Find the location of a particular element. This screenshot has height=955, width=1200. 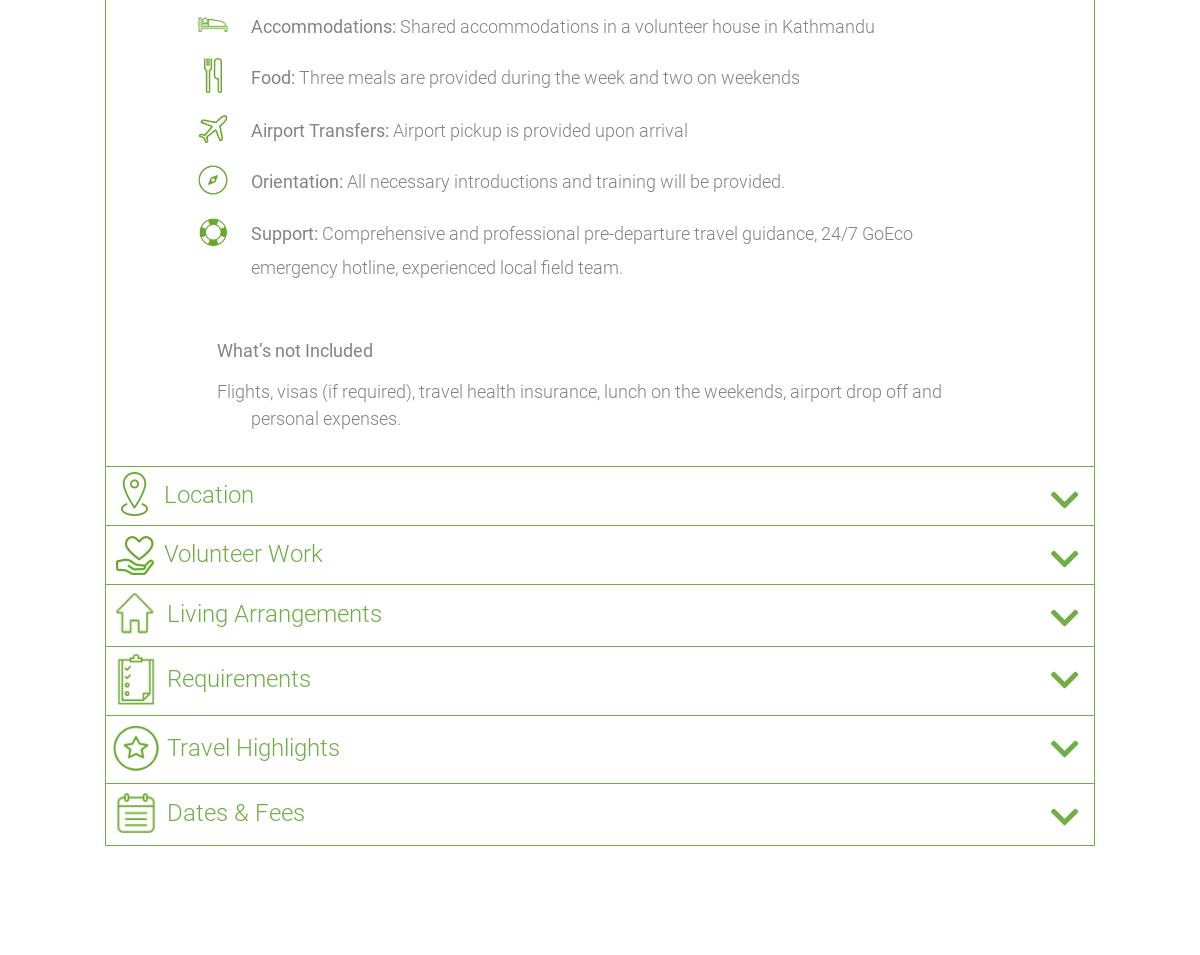

'Requirements' is located at coordinates (238, 678).